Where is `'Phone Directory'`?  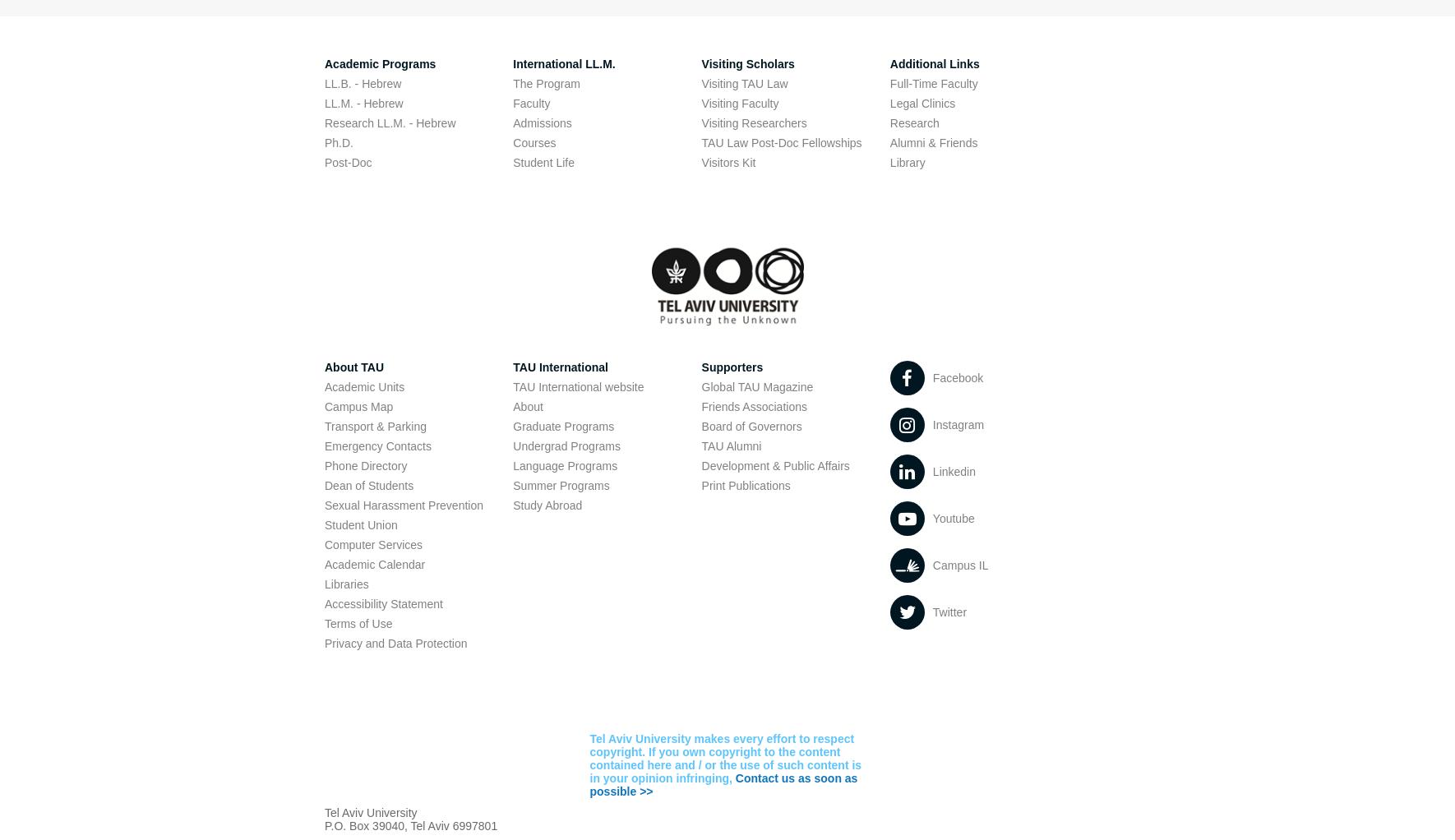
'Phone Directory' is located at coordinates (365, 466).